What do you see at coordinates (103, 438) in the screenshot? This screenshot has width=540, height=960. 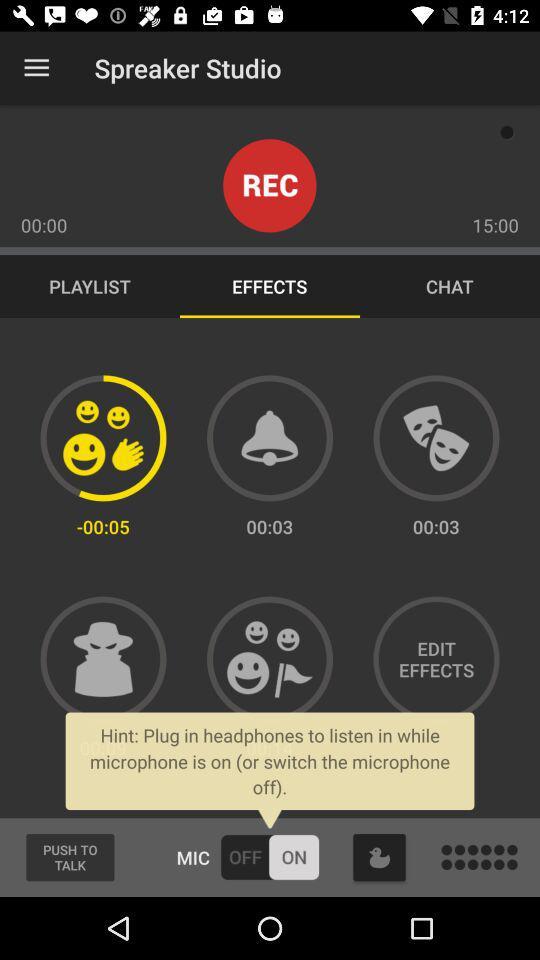 I see `applause` at bounding box center [103, 438].